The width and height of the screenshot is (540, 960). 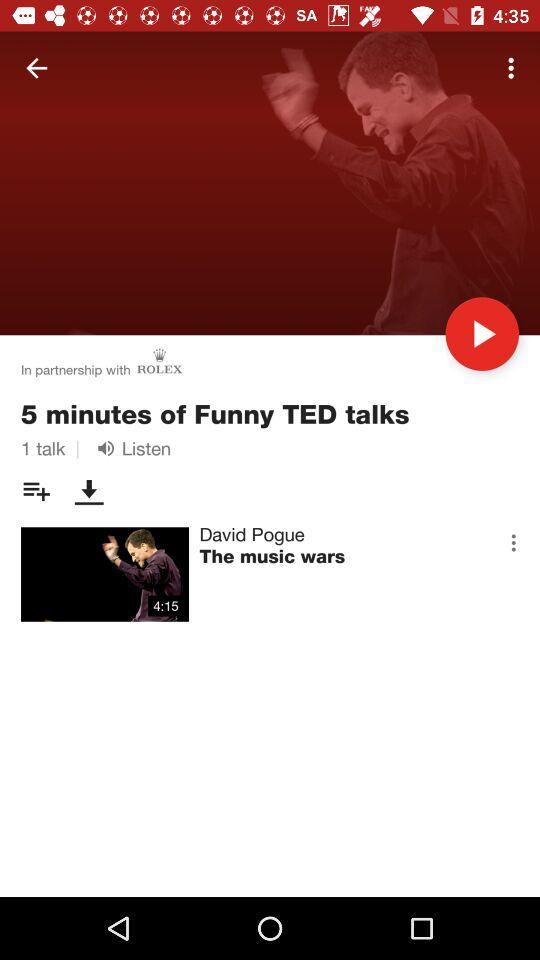 What do you see at coordinates (130, 448) in the screenshot?
I see `item next to the |` at bounding box center [130, 448].